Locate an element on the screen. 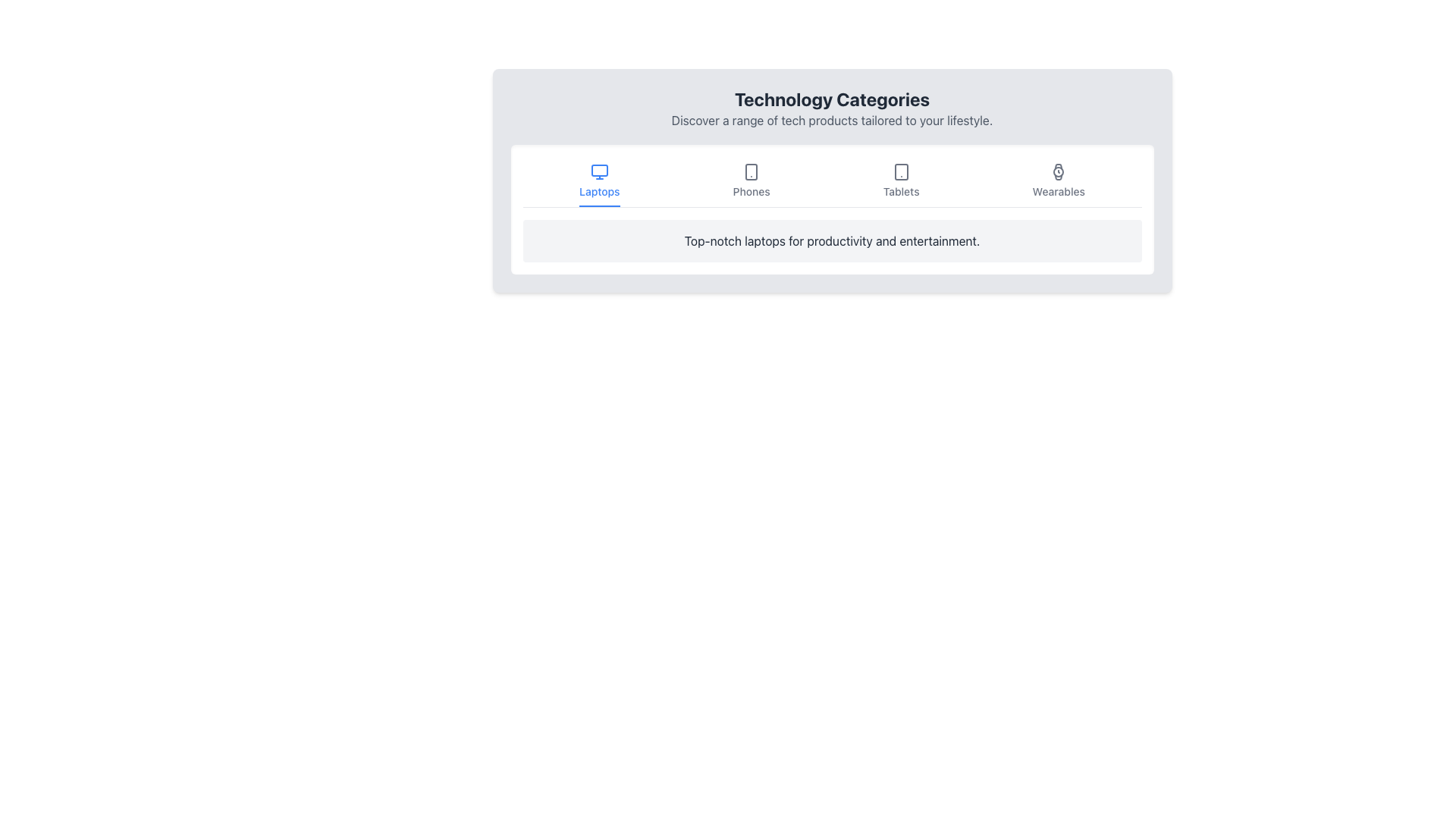 The height and width of the screenshot is (819, 1456). the larger category button that encompasses the smartphone icon, which is the second icon from the left in the horizontal menu layout for technology products is located at coordinates (752, 171).